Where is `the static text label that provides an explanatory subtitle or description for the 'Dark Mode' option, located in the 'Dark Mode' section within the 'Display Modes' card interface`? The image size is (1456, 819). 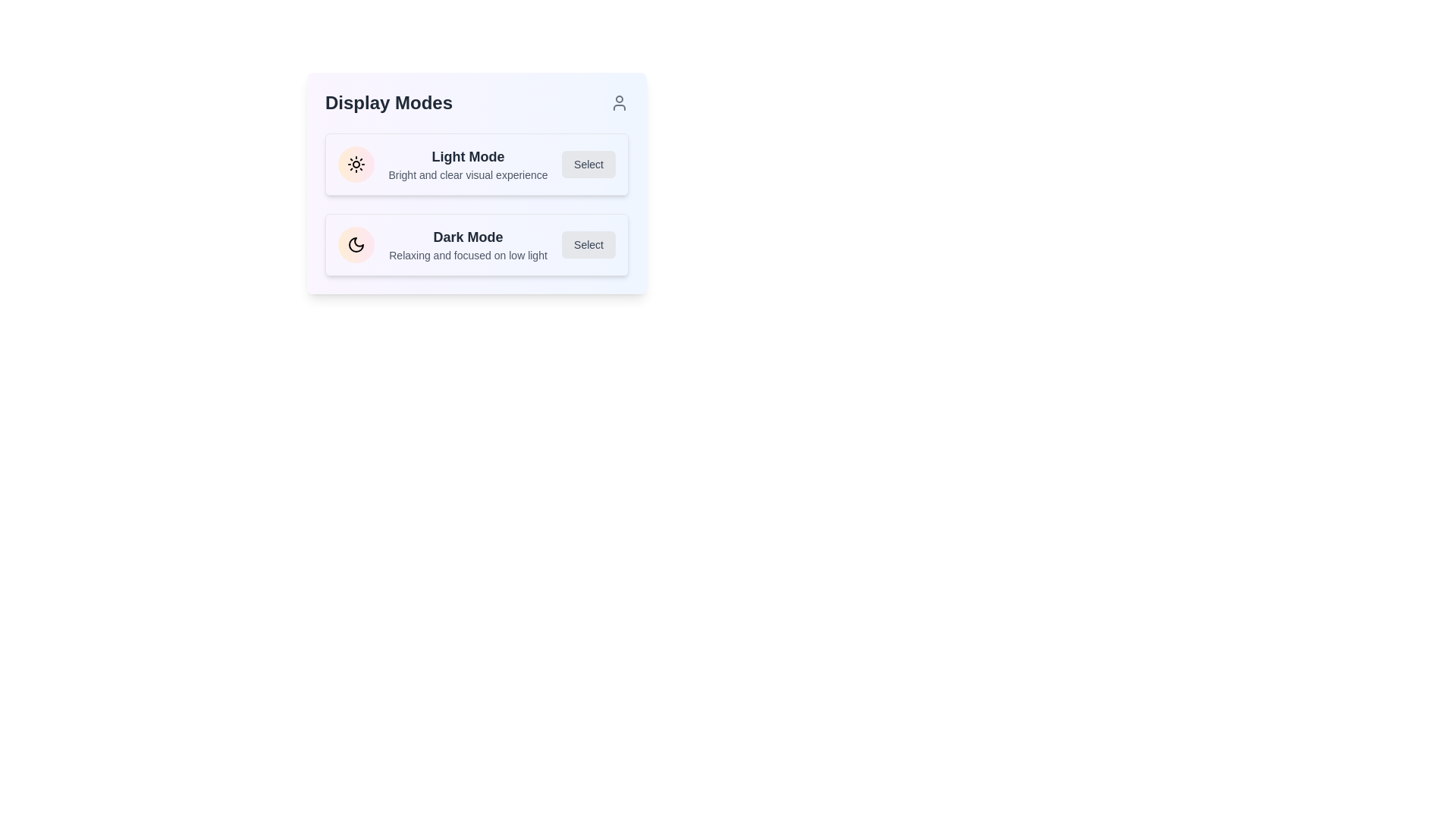 the static text label that provides an explanatory subtitle or description for the 'Dark Mode' option, located in the 'Dark Mode' section within the 'Display Modes' card interface is located at coordinates (467, 254).